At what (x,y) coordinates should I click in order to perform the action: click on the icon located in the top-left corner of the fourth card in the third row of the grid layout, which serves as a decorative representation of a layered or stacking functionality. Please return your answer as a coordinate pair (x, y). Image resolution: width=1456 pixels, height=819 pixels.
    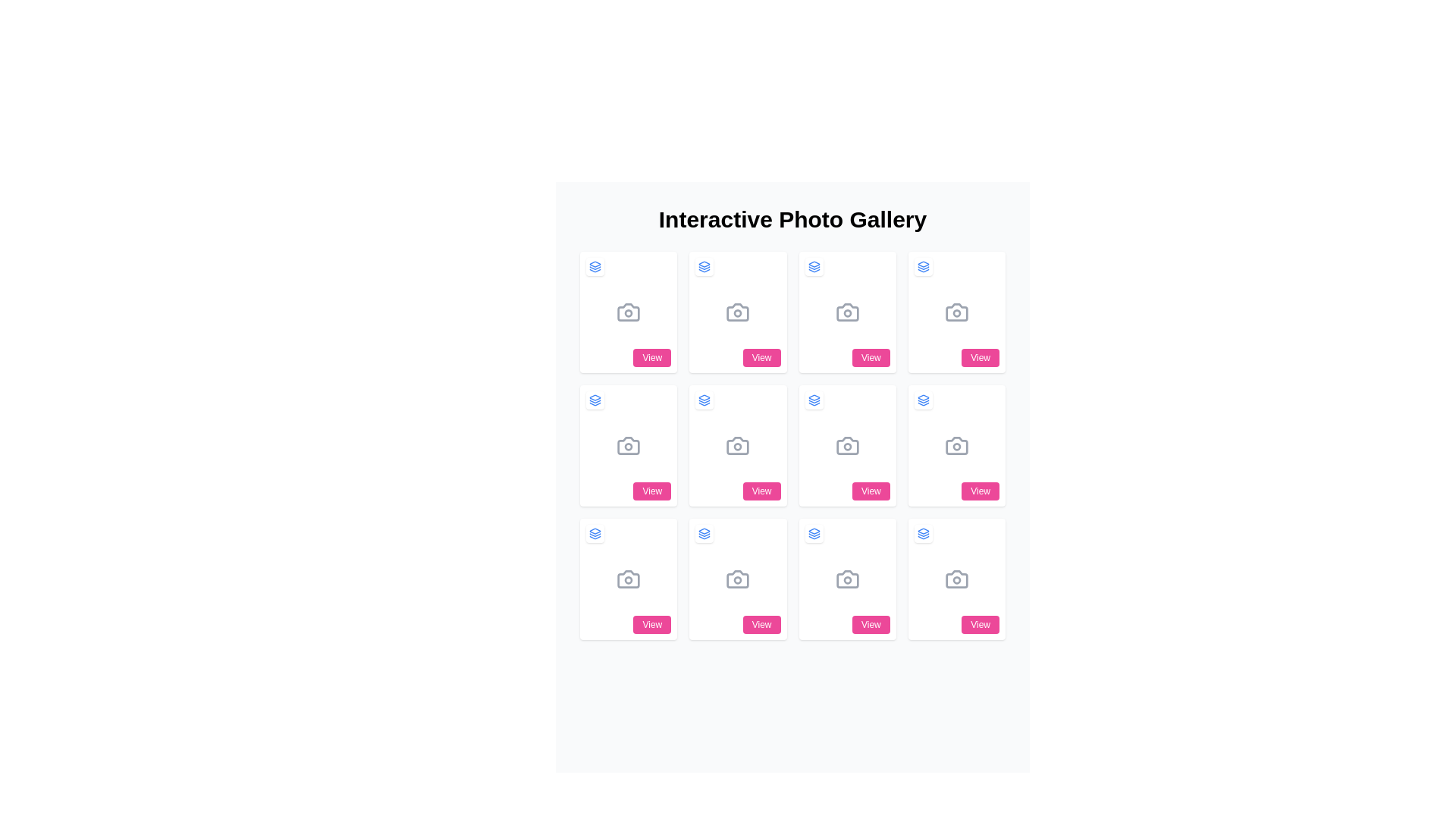
    Looking at the image, I should click on (704, 533).